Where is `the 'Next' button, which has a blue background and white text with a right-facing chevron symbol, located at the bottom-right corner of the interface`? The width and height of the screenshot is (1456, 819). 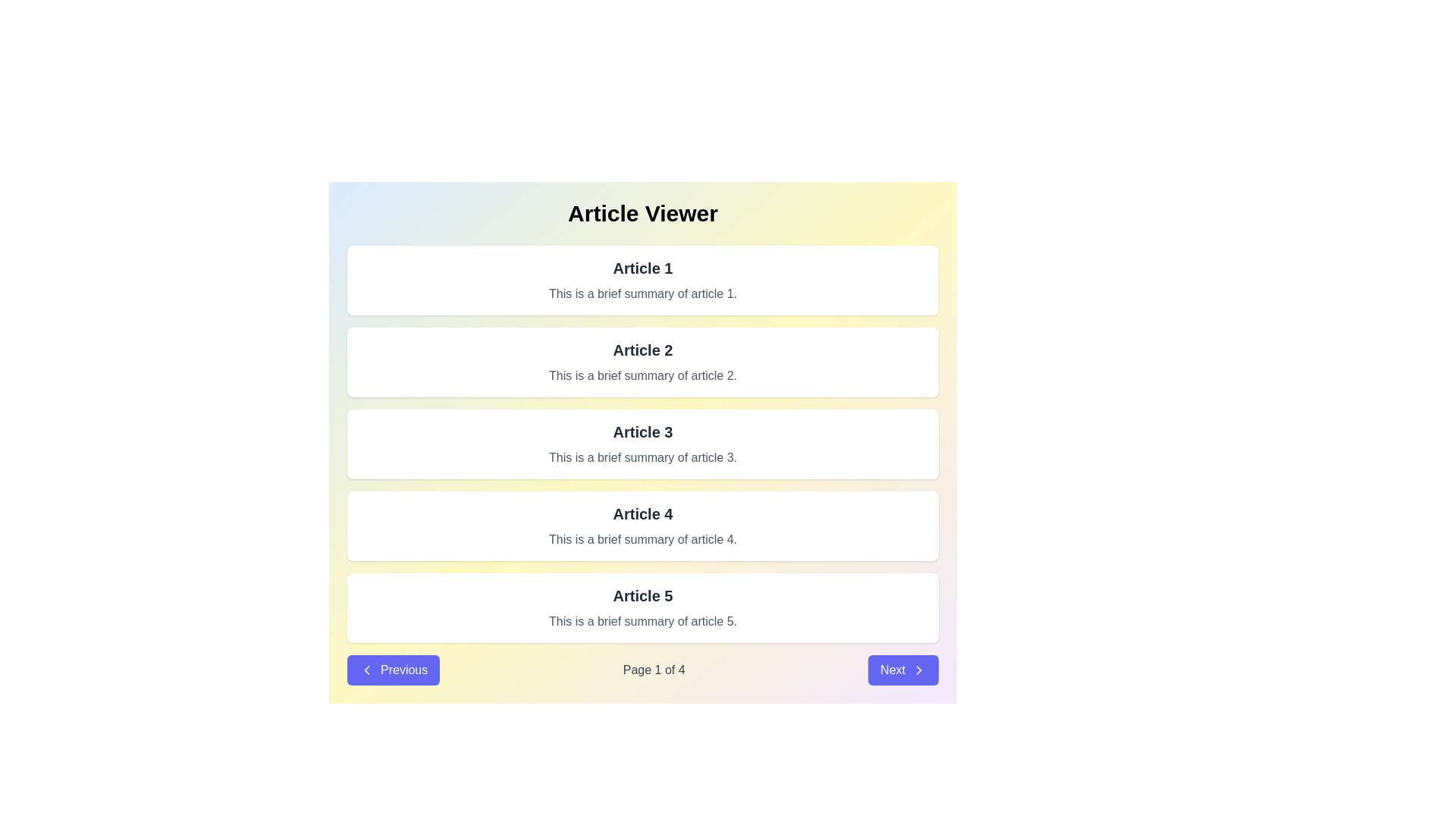
the 'Next' button, which has a blue background and white text with a right-facing chevron symbol, located at the bottom-right corner of the interface is located at coordinates (903, 669).